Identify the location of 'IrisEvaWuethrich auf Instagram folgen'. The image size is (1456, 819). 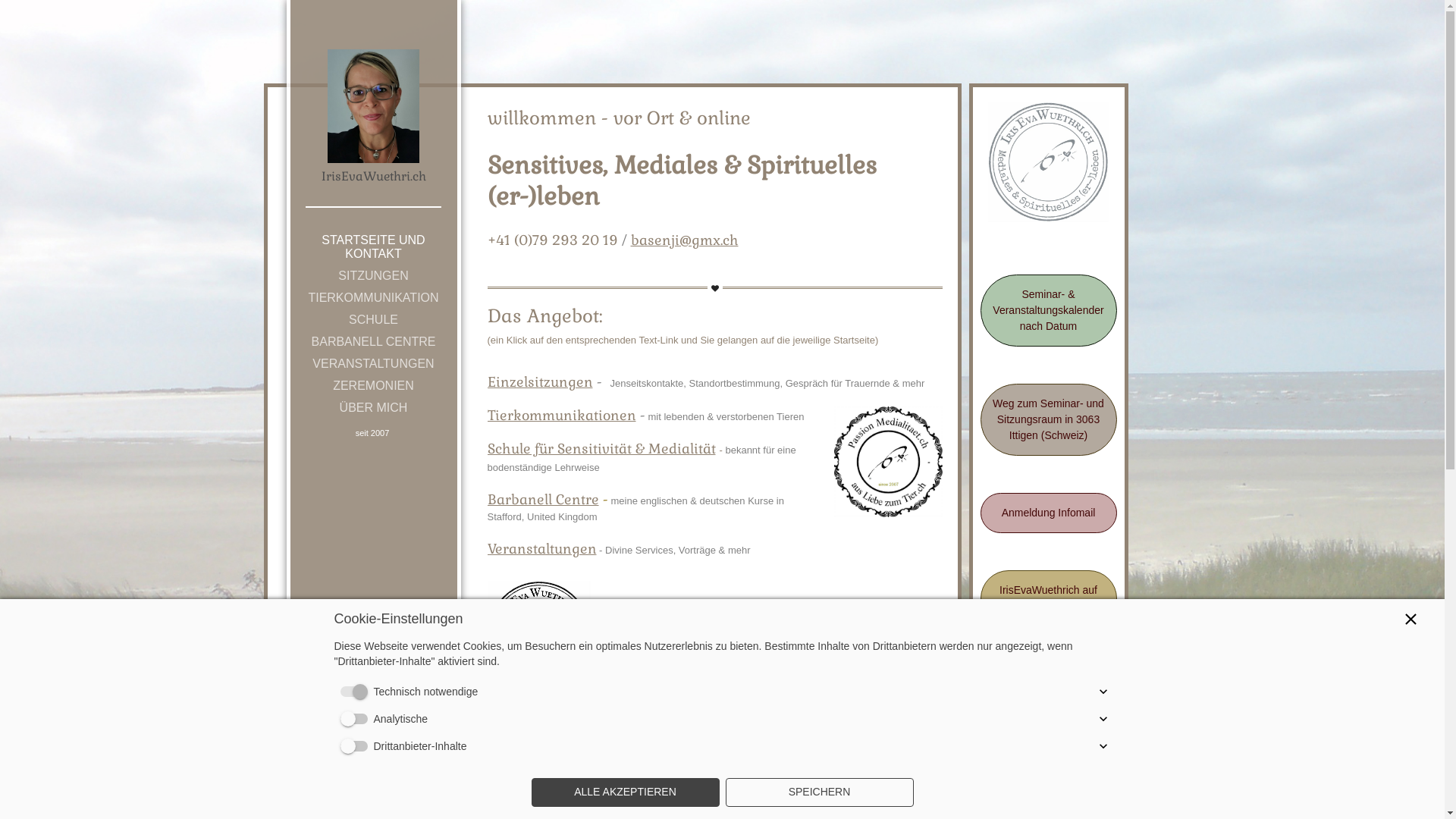
(1047, 598).